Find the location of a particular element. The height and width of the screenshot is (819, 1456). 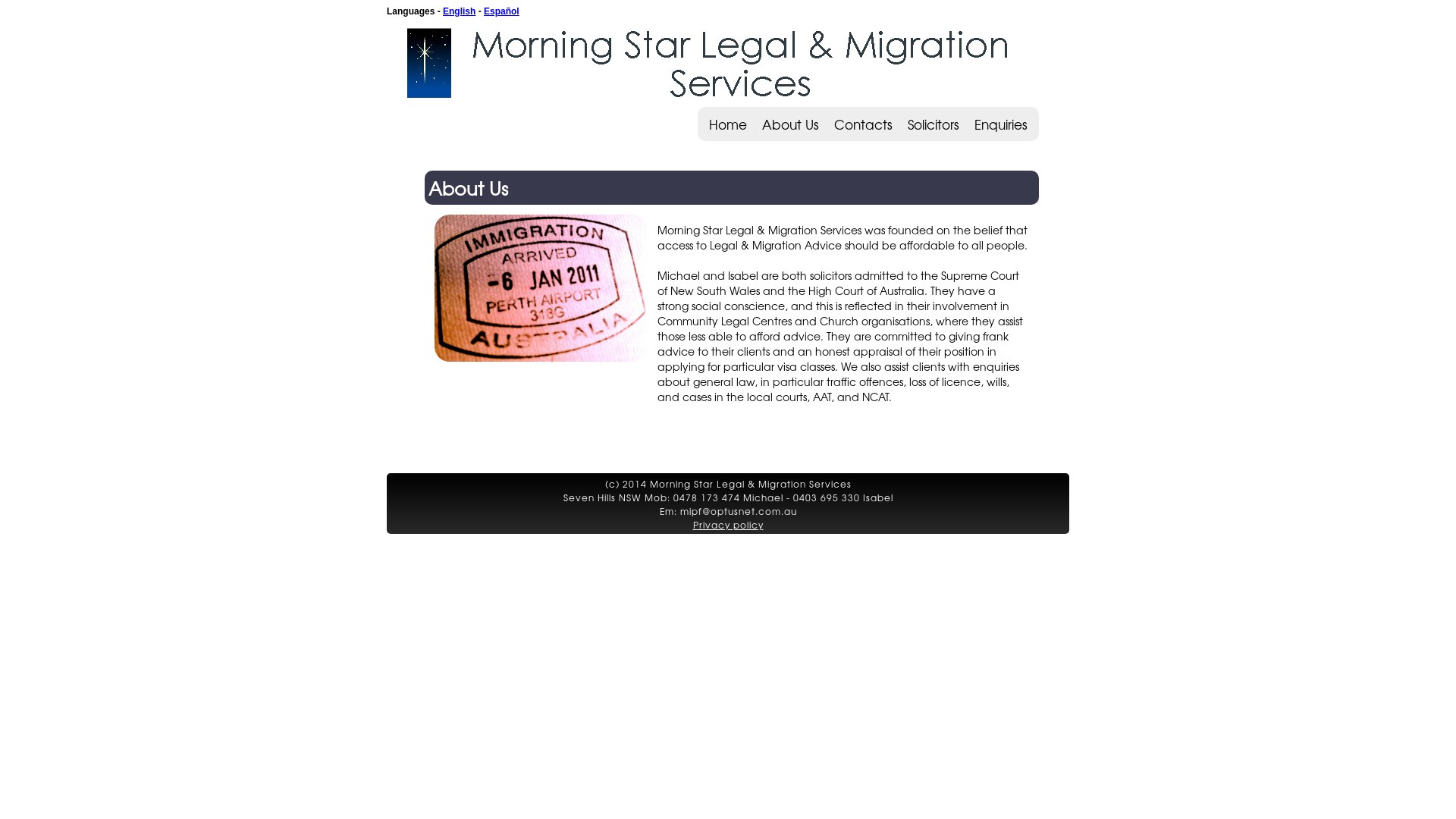

'Solicitors' is located at coordinates (899, 123).